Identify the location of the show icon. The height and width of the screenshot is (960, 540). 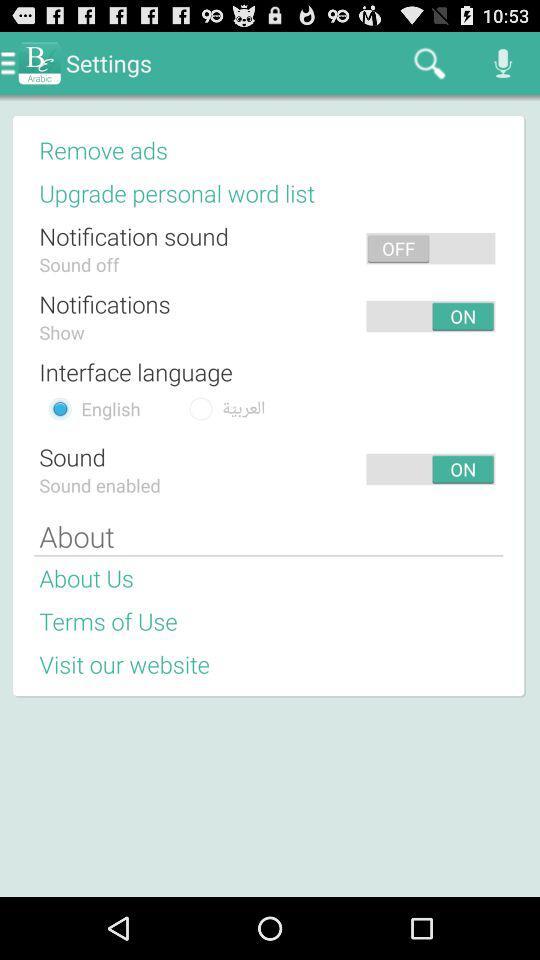
(62, 332).